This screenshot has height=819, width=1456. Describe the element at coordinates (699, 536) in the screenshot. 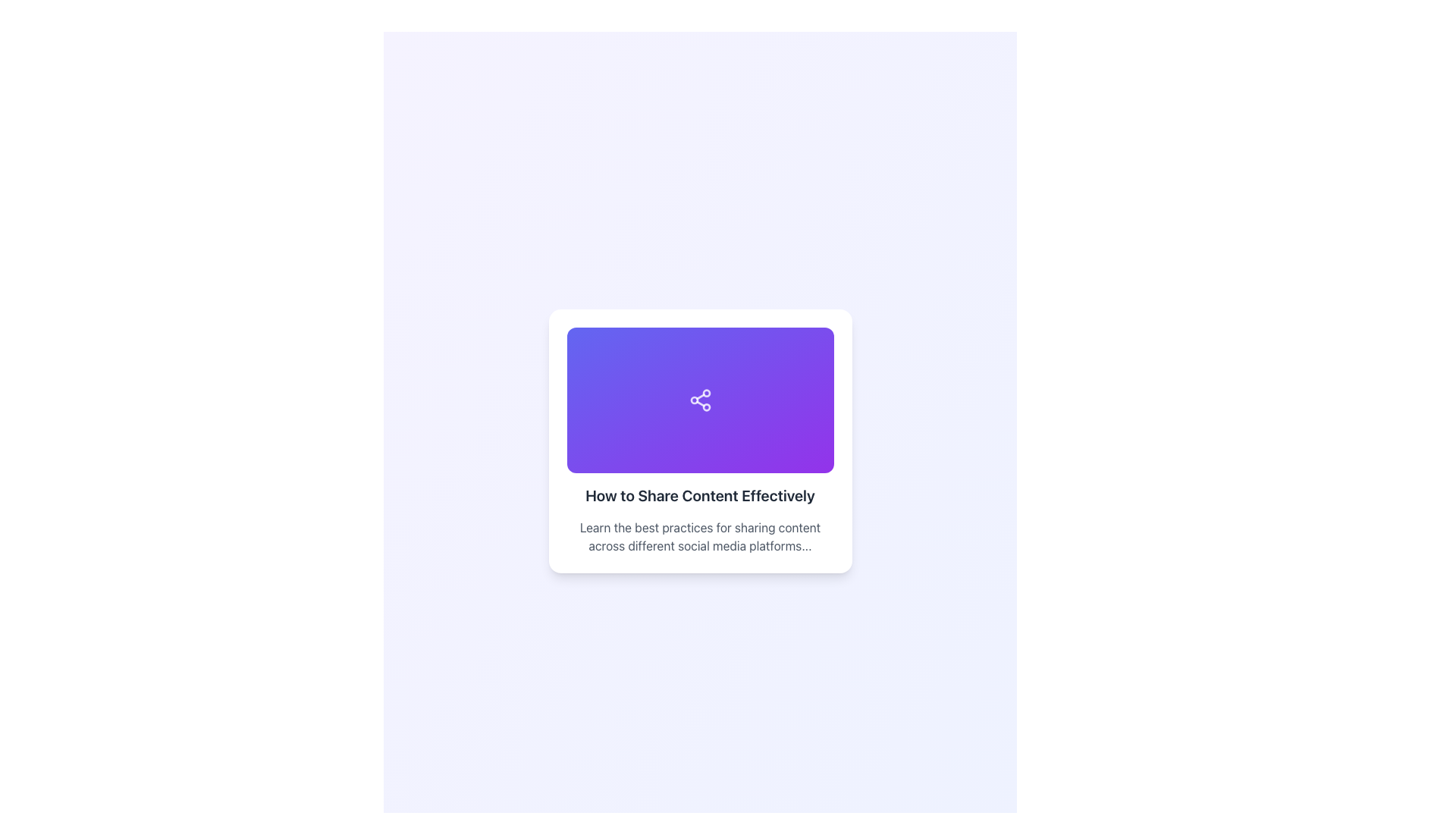

I see `the Text Block containing the phrase 'Learn the best practices for sharing content across different social media platforms...', styled in muted gray, which is located below the header 'How to Share Content Effectively'` at that location.